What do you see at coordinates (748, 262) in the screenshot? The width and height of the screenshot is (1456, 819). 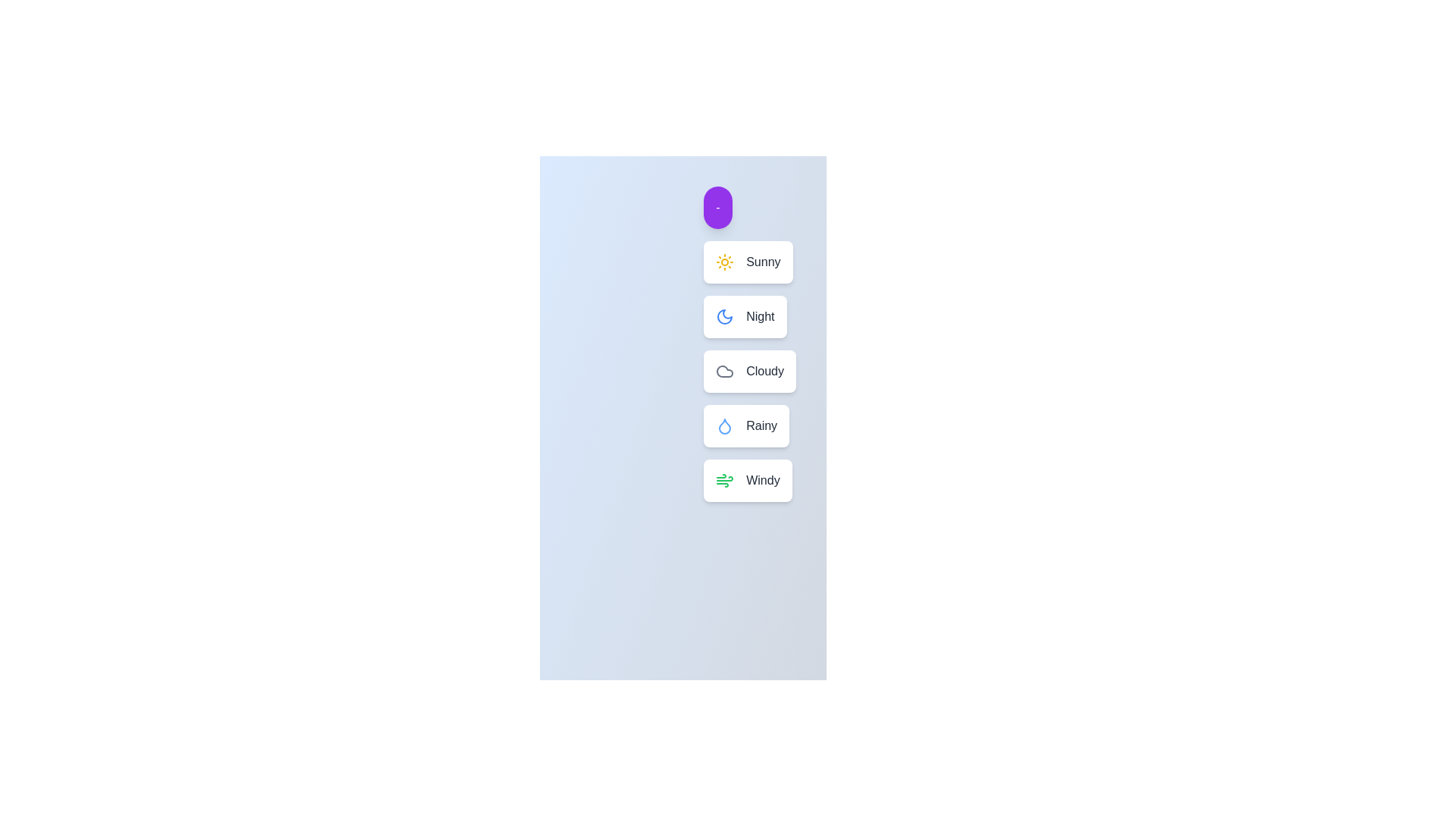 I see `the weather option Sunny by clicking on its corresponding button` at bounding box center [748, 262].